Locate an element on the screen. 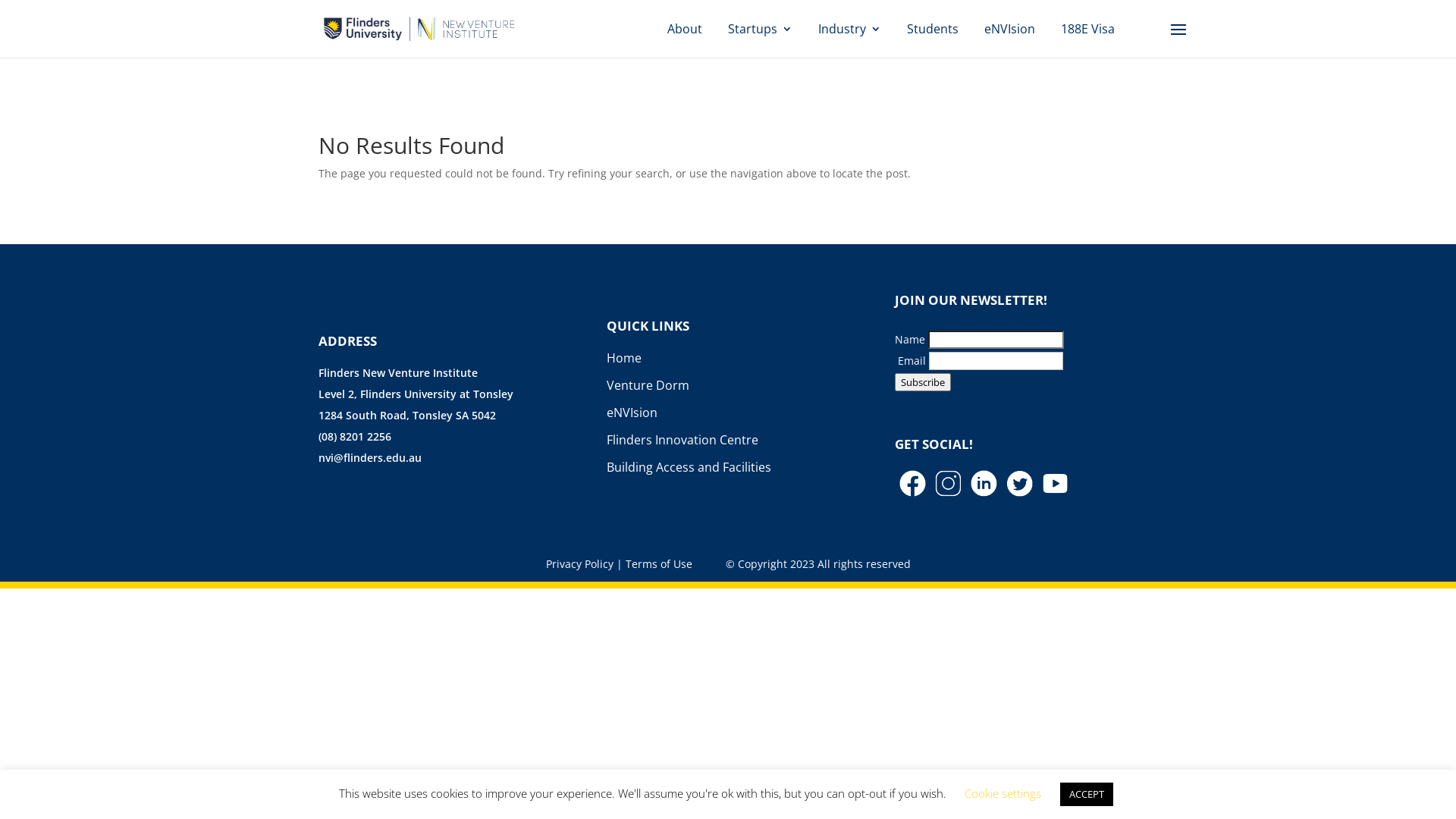  'Building Access and Facilities' is located at coordinates (688, 466).